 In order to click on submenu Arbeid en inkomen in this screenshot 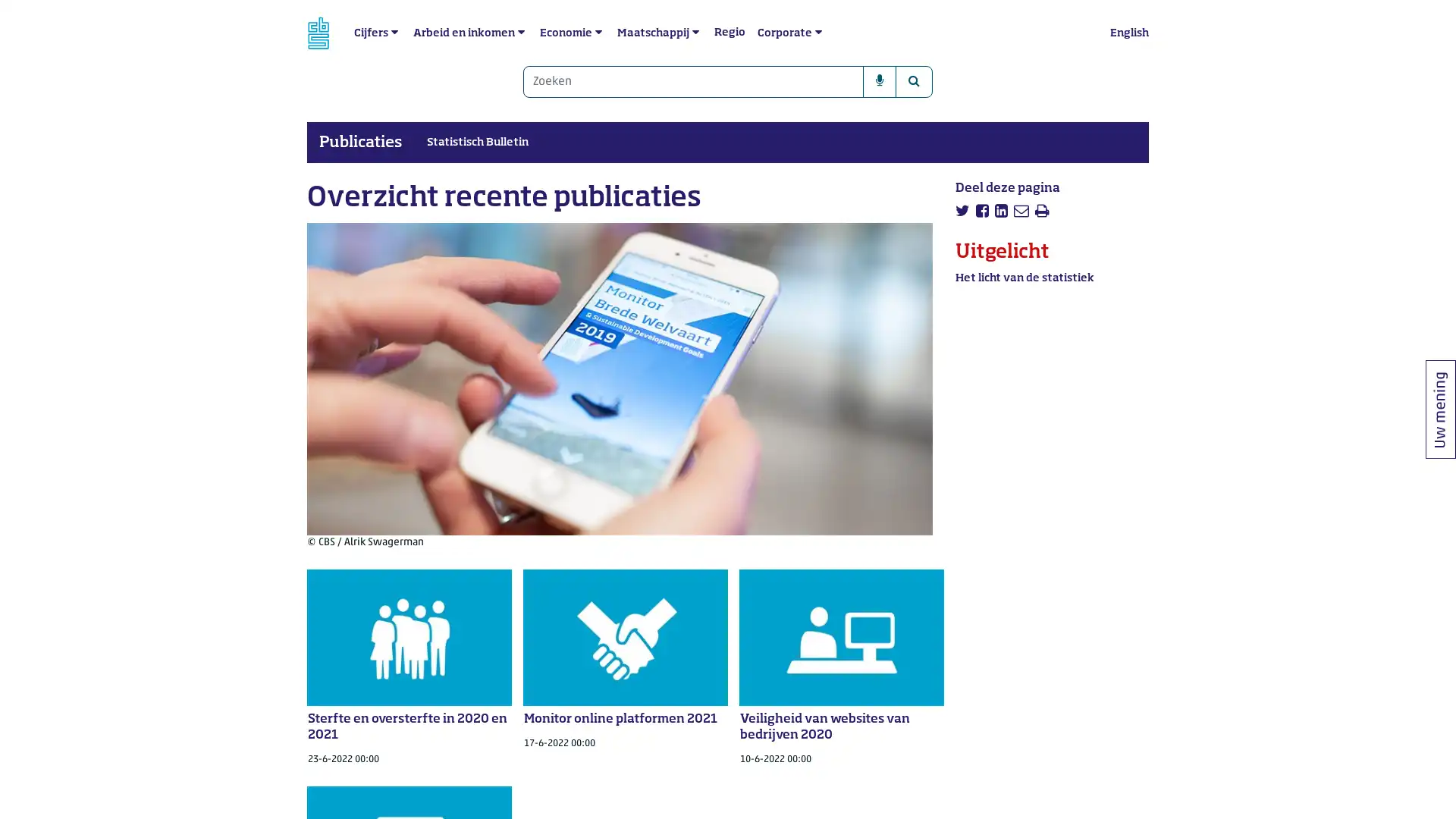, I will do `click(521, 32)`.